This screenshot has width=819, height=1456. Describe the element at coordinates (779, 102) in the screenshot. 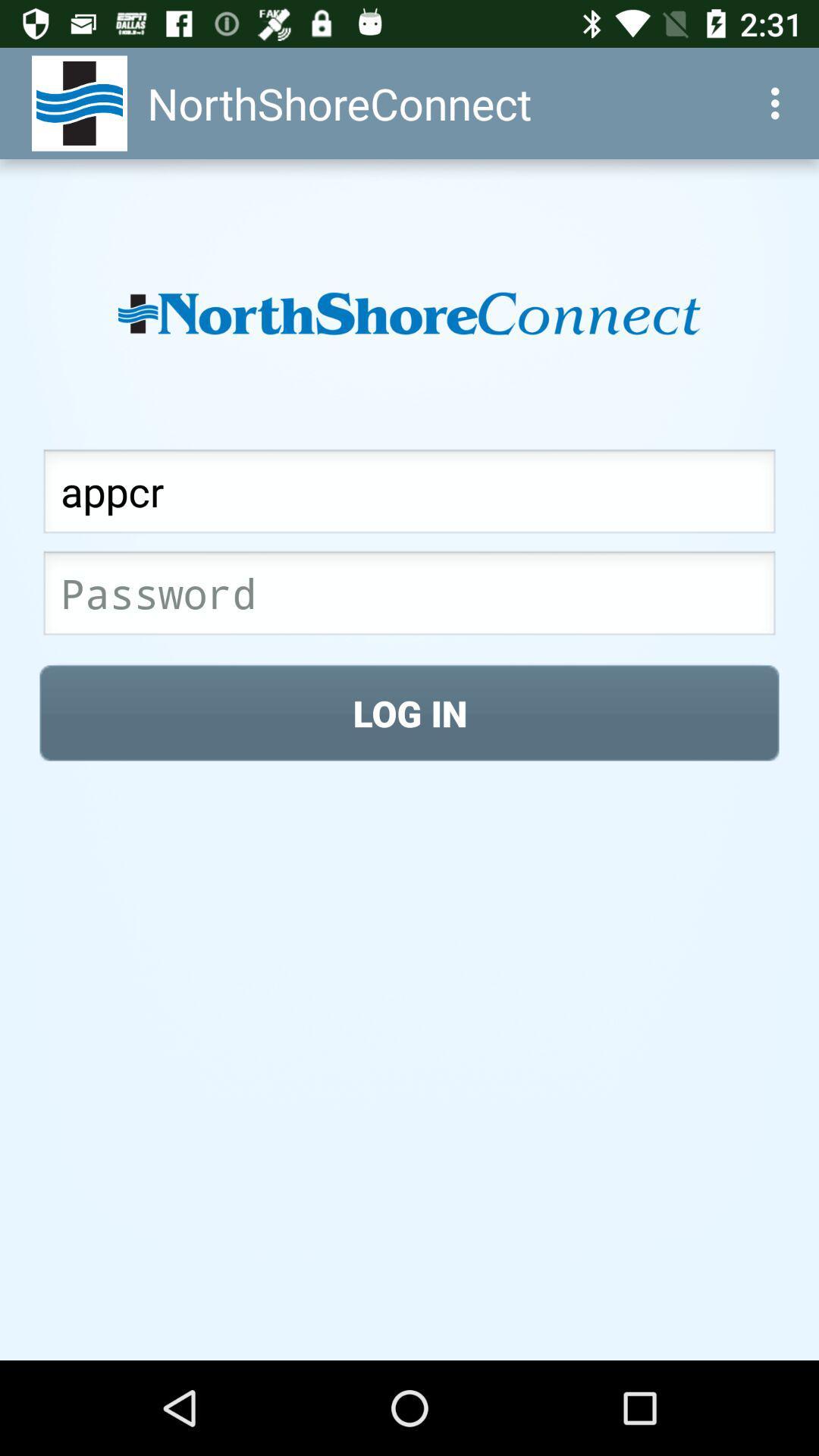

I see `icon at the top right corner` at that location.